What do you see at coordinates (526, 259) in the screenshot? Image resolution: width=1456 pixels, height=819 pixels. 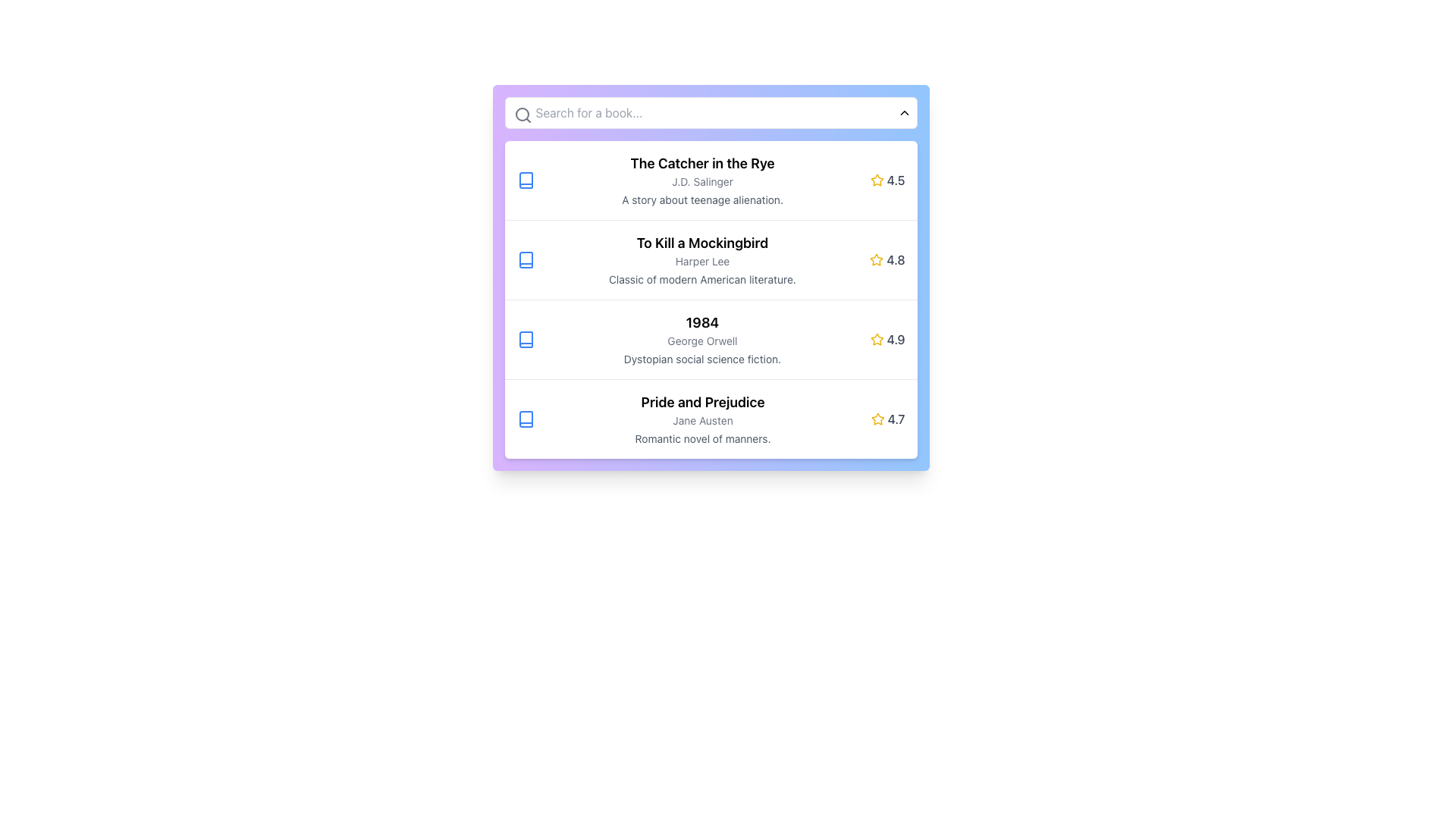 I see `the book icon with a blue outline located to the left of the text 'To Kill a Mockingbird' in the second row of the list` at bounding box center [526, 259].